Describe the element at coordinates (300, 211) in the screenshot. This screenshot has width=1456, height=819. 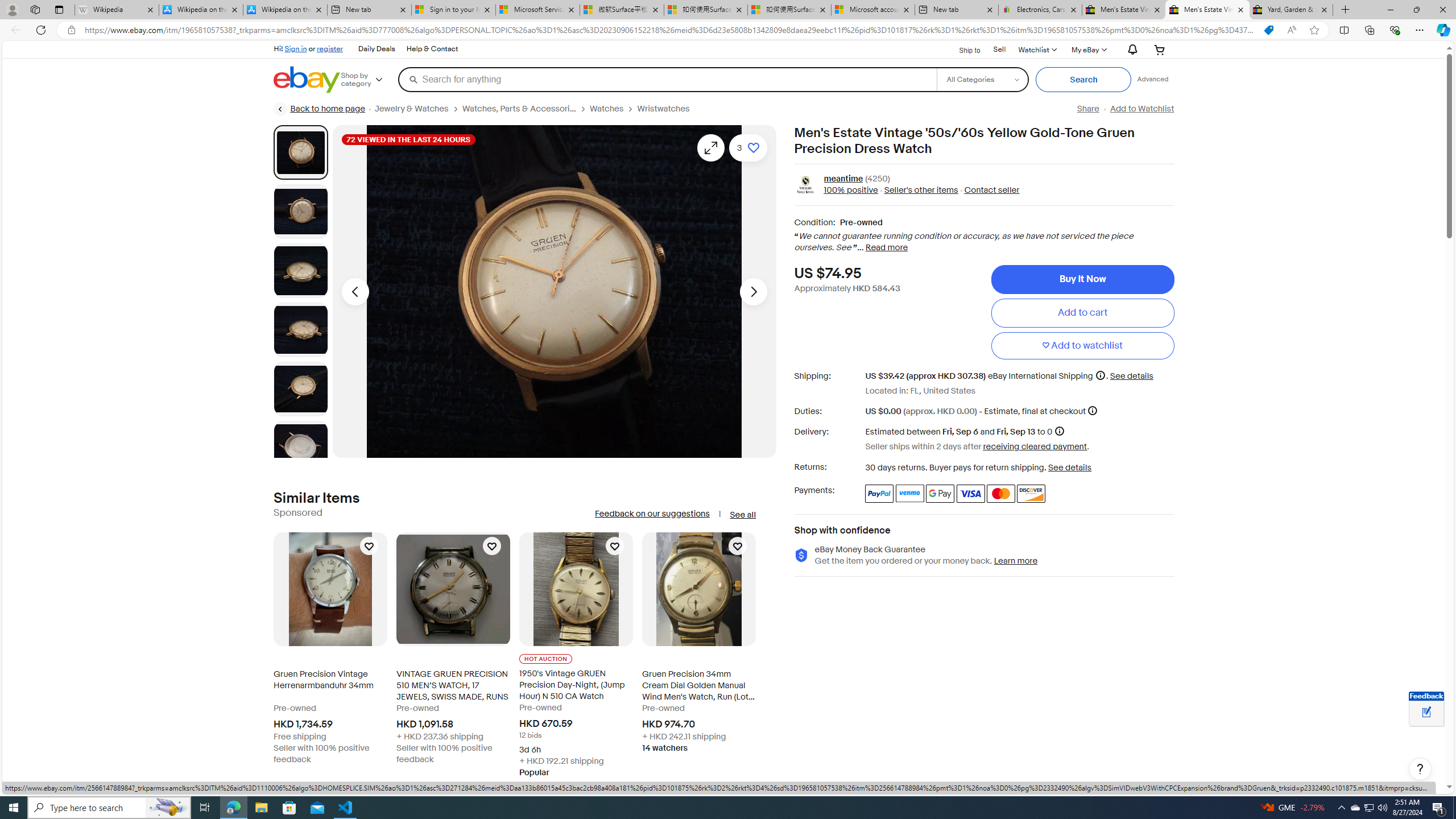
I see `'Picture 2 of 8'` at that location.